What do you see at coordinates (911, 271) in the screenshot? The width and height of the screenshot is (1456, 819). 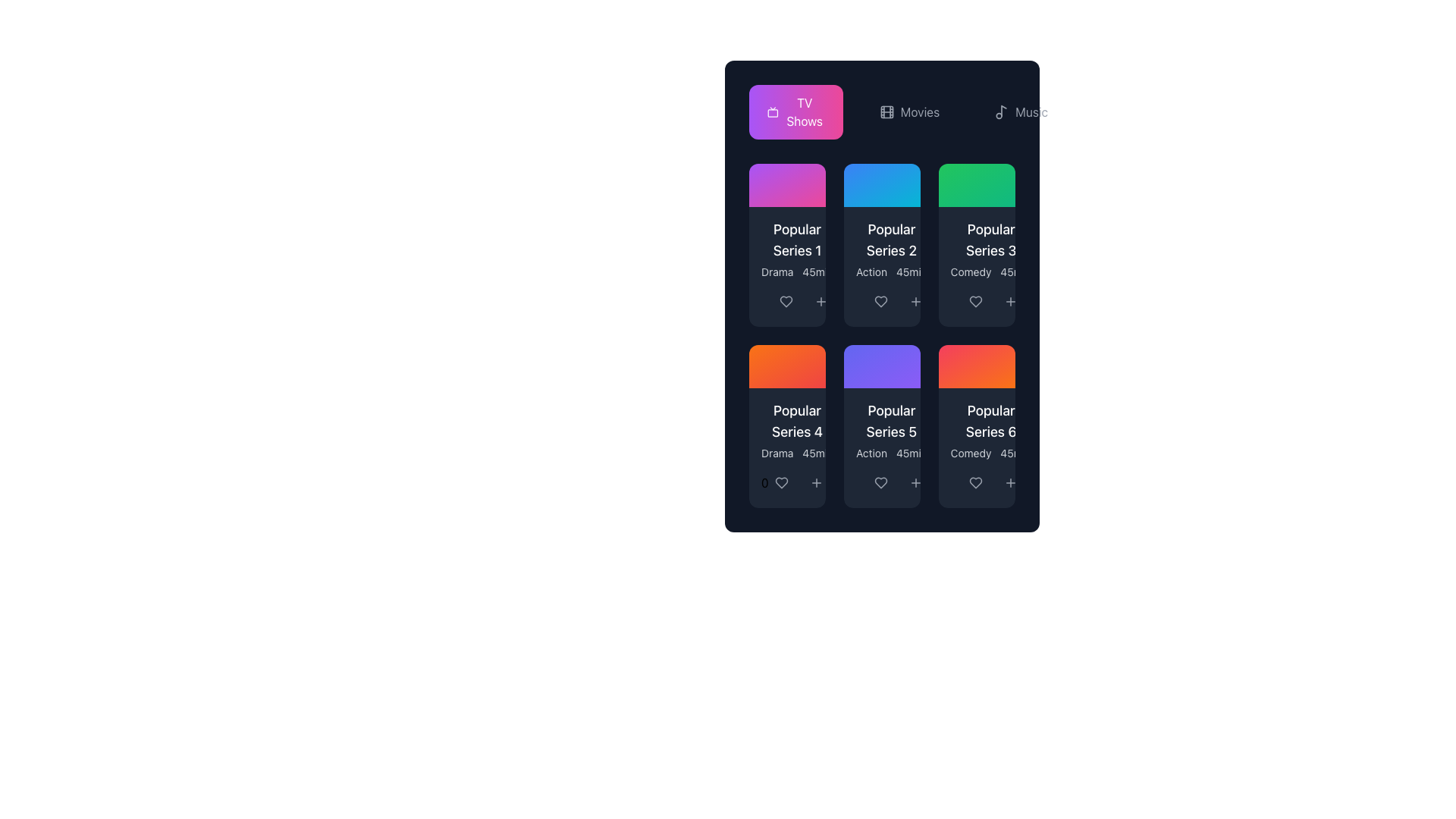 I see `static text label displaying '45min', which is located under the 'Action' label in the 'Popular Series 2' card` at bounding box center [911, 271].